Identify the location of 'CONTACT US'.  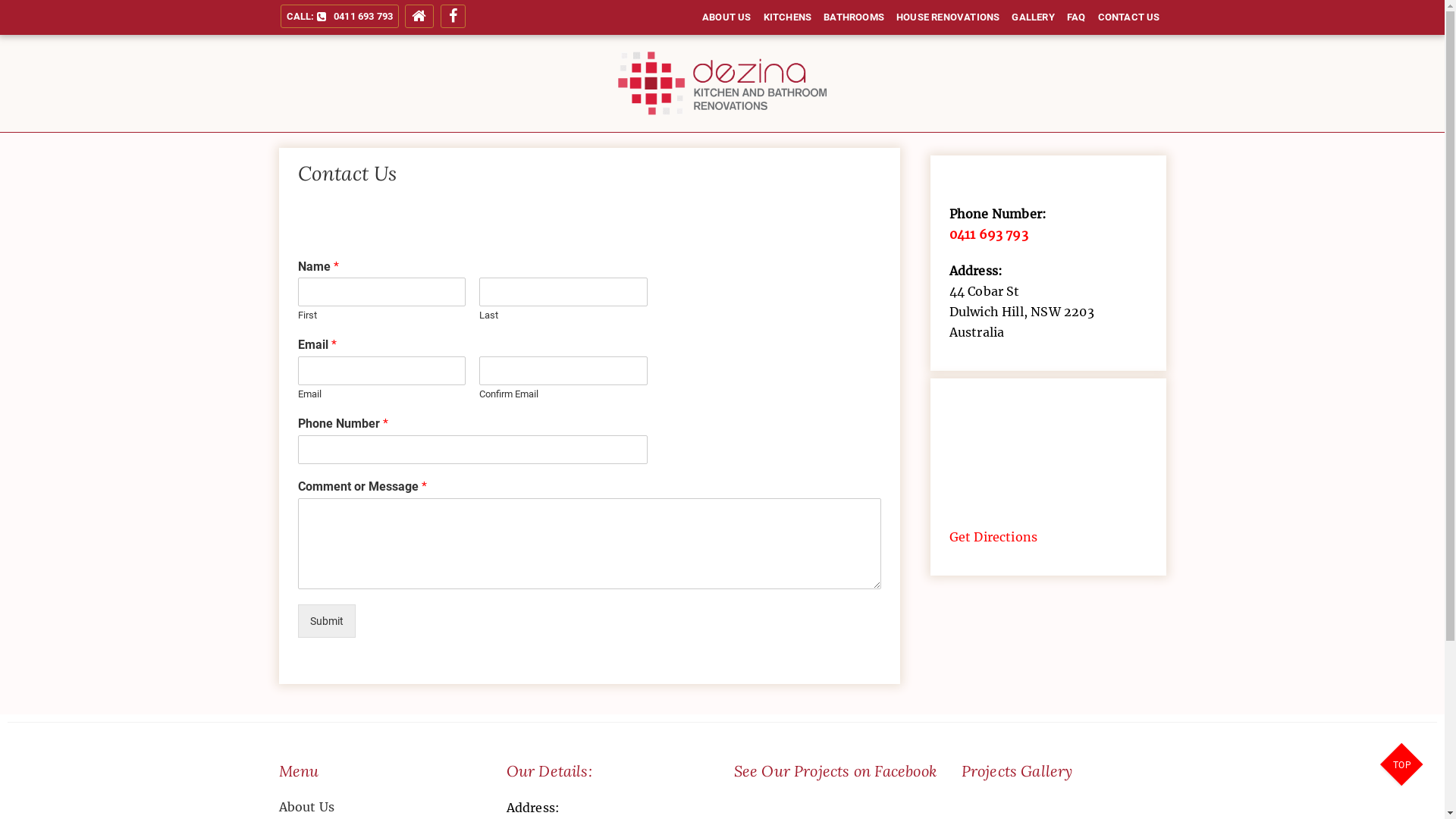
(1092, 17).